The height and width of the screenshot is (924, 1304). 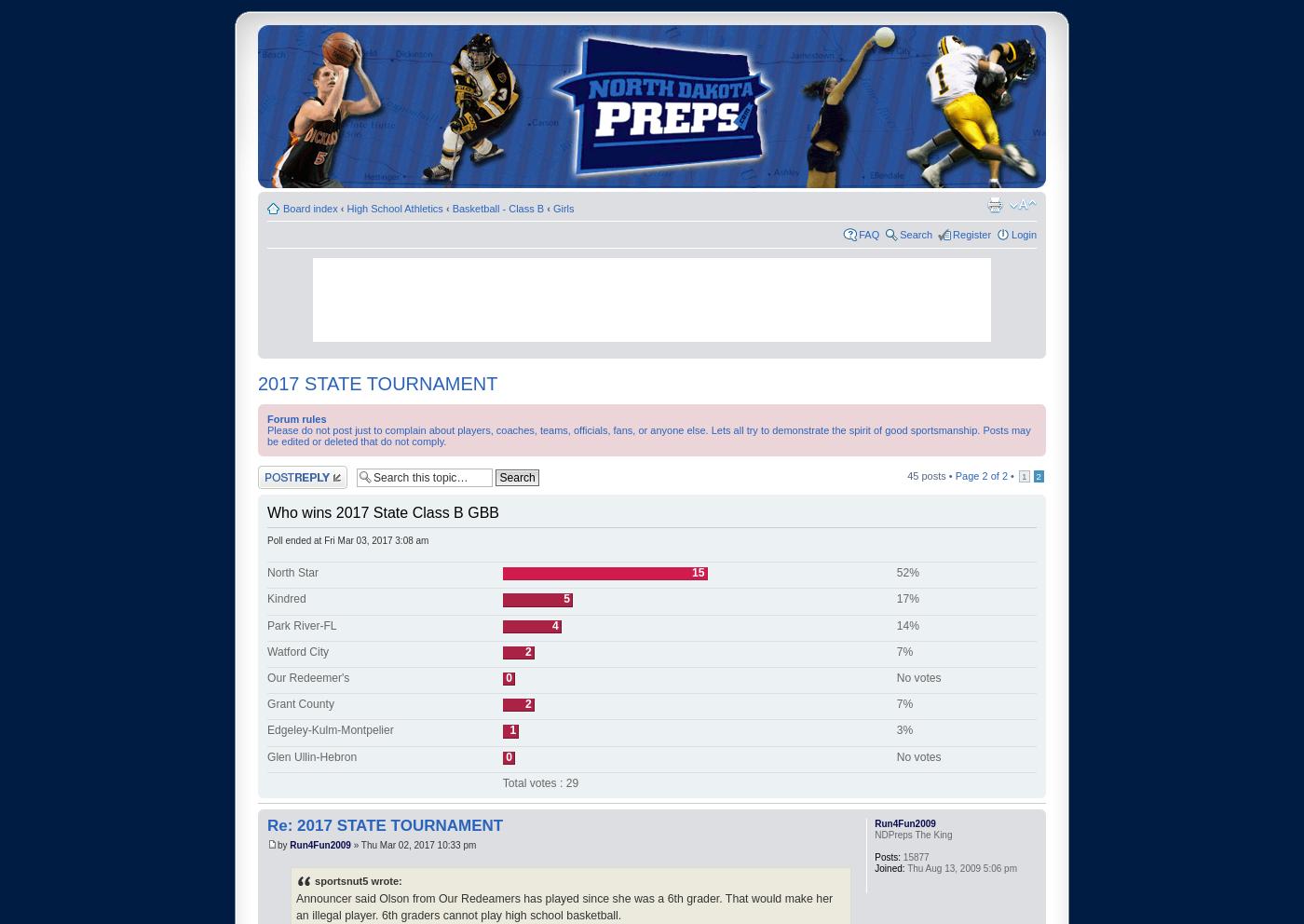 I want to click on 'sportsnut5 wrote:', so click(x=358, y=879).